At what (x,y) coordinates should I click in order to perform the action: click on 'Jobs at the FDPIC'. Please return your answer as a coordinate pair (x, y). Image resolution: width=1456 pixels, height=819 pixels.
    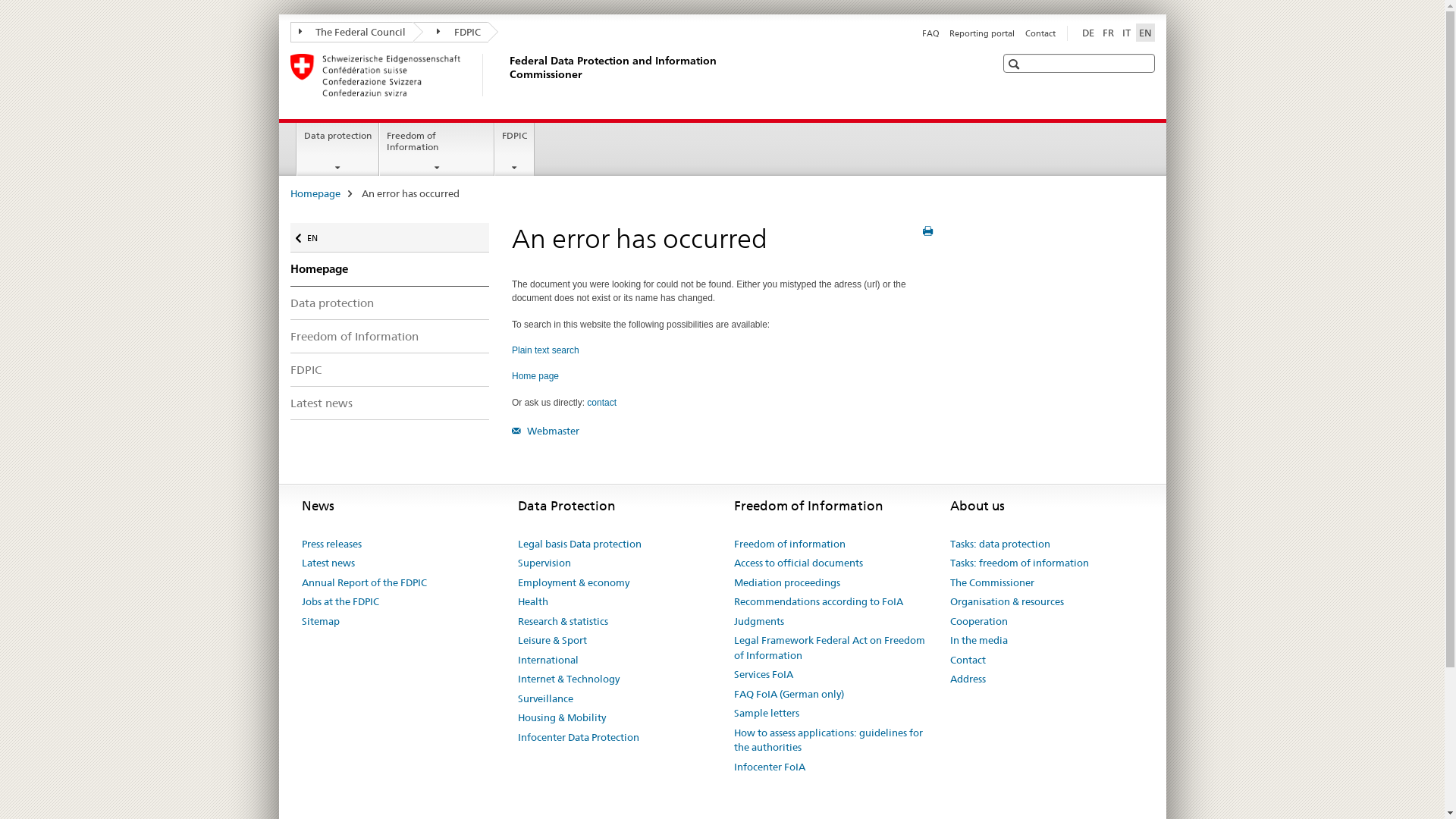
    Looking at the image, I should click on (340, 601).